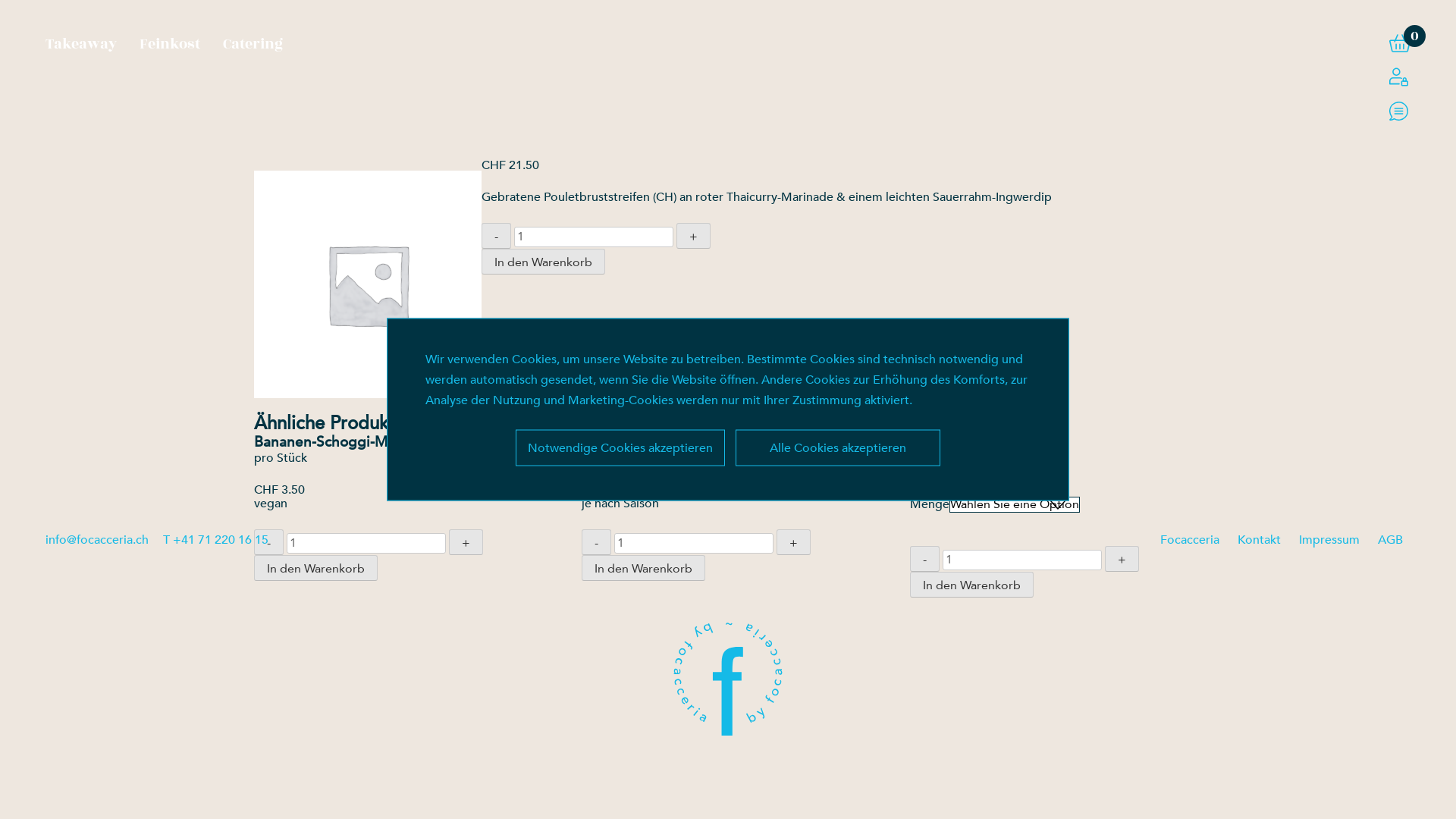 Image resolution: width=1456 pixels, height=819 pixels. Describe the element at coordinates (1238, 539) in the screenshot. I see `'Kontakt'` at that location.